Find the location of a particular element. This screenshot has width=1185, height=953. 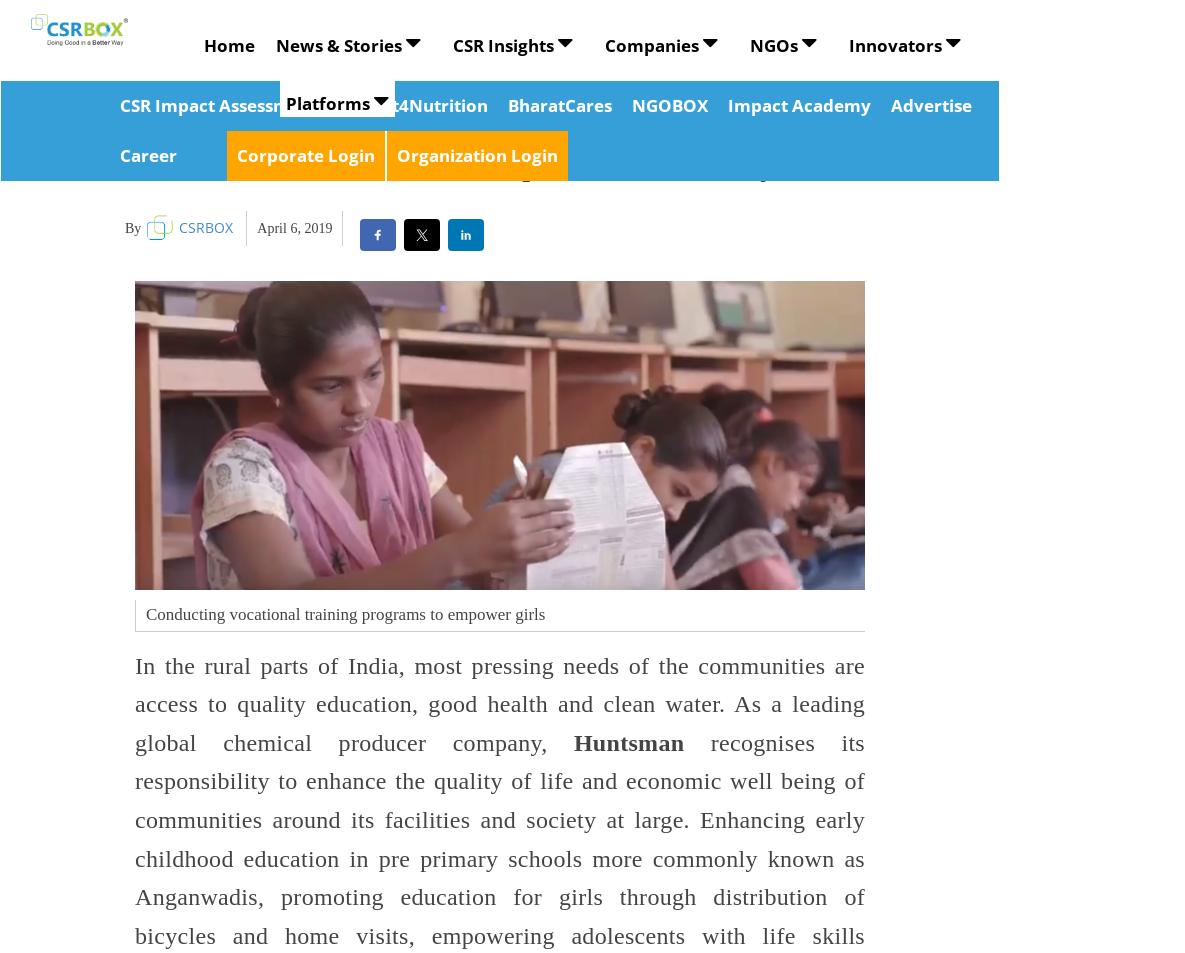

'Career' is located at coordinates (118, 154).